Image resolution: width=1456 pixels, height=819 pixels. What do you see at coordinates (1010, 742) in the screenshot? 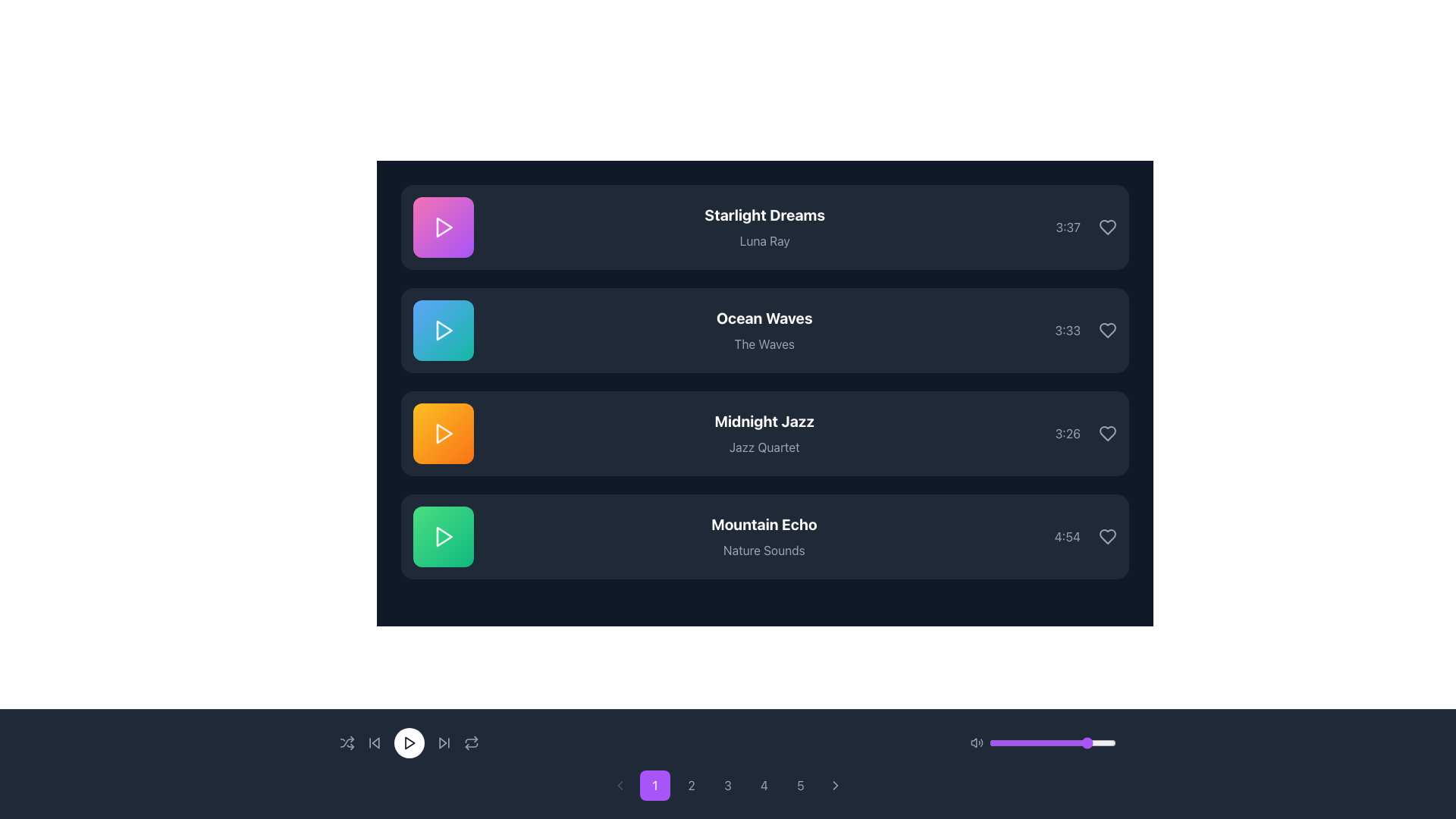
I see `the slider value` at bounding box center [1010, 742].